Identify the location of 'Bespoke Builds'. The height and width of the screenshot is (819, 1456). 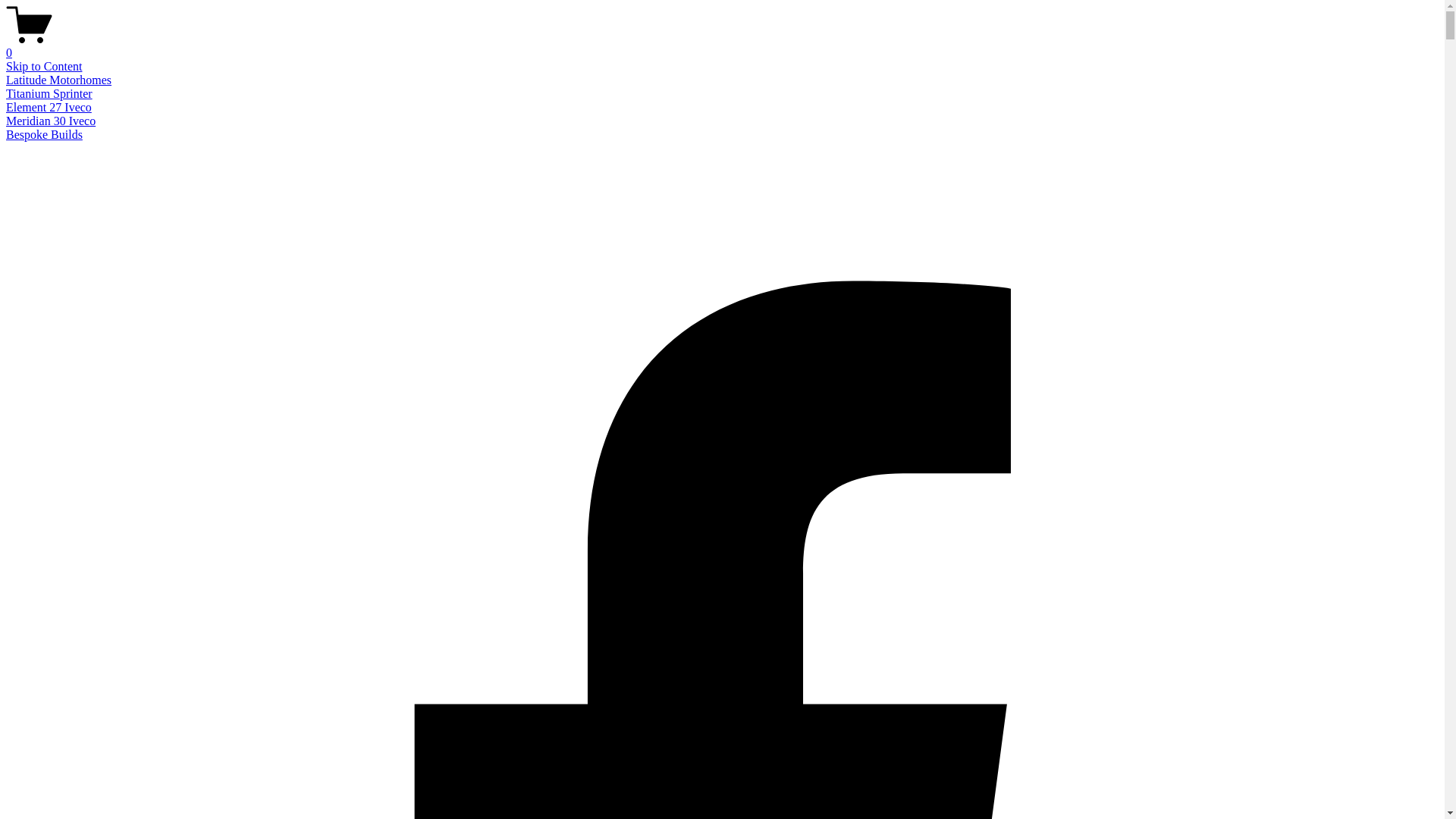
(44, 133).